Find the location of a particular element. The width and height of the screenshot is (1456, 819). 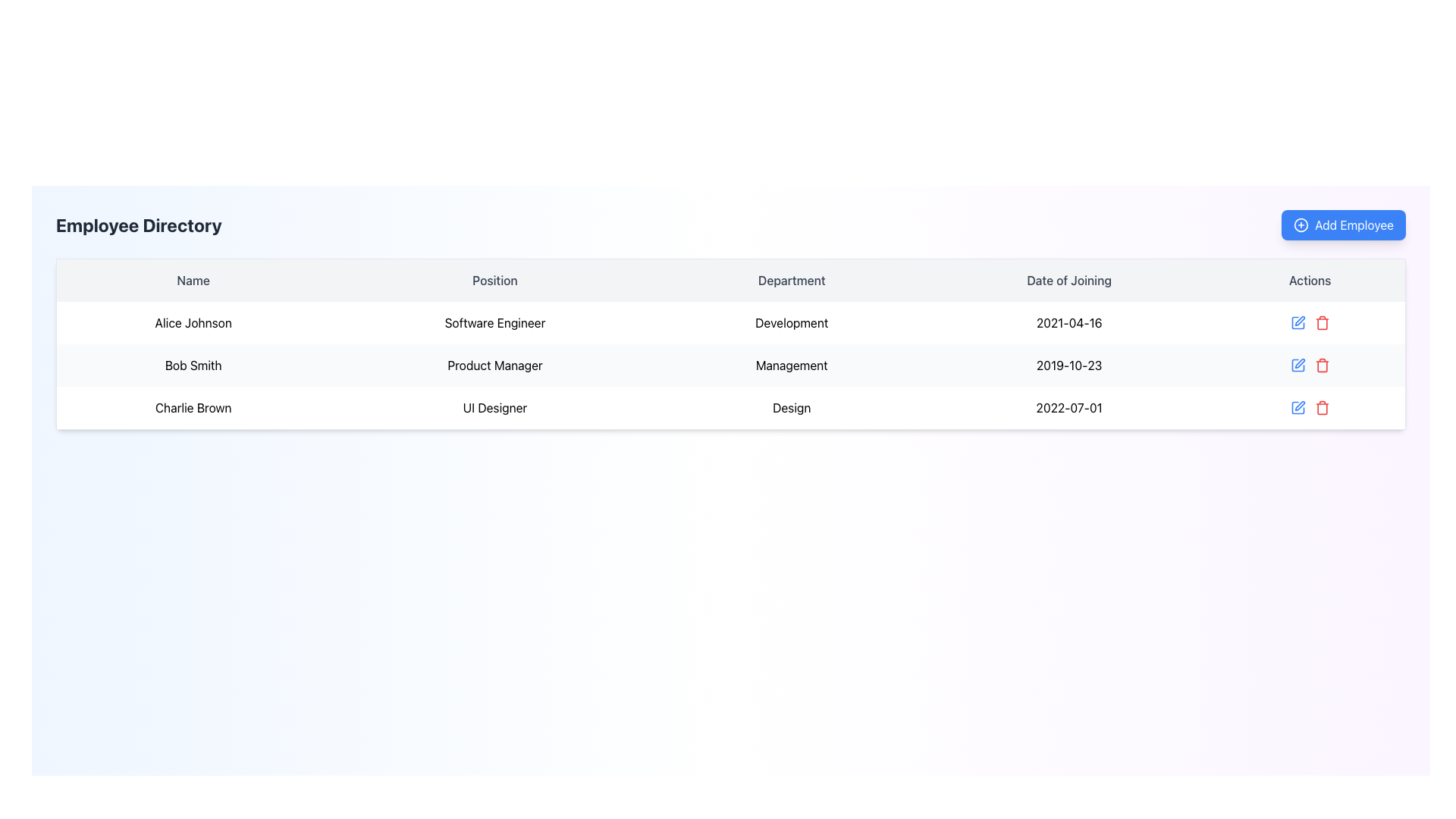

the edit icon located in the 'Actions' column of the second row (Bob Smith) in the 'Employee Directory' table is located at coordinates (1297, 366).